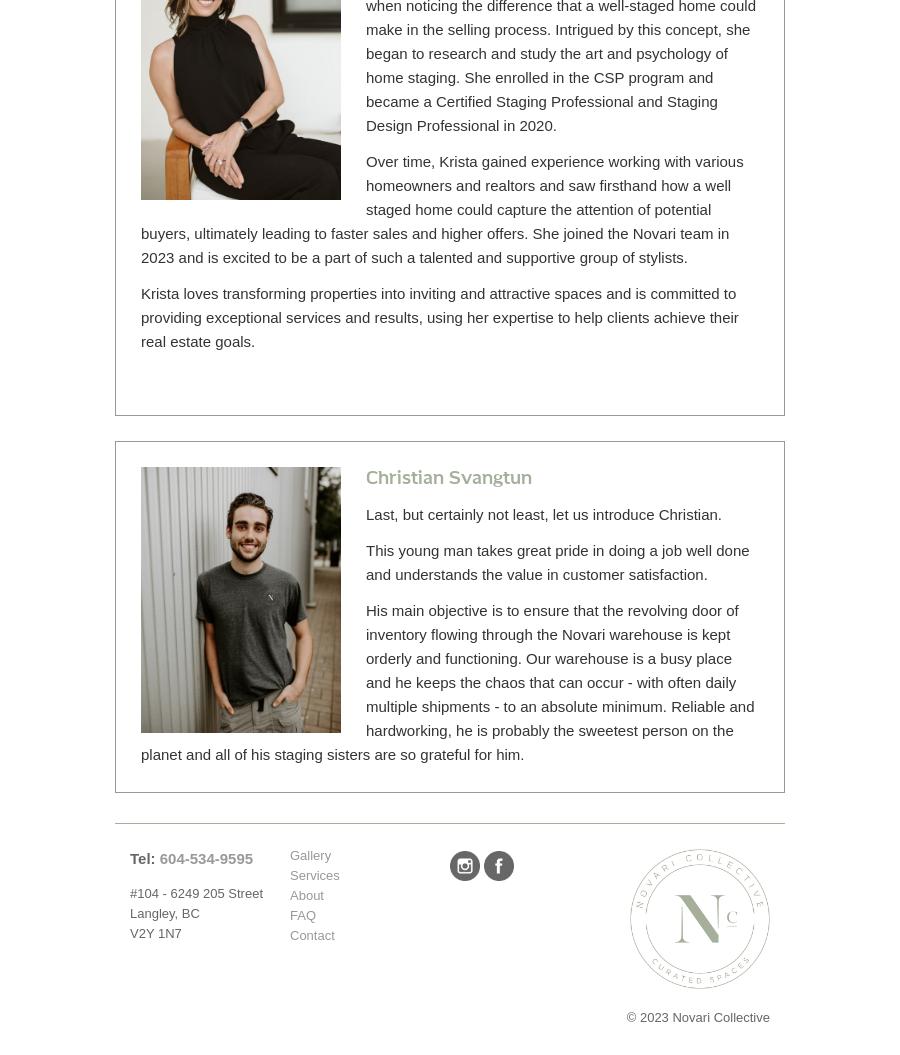  What do you see at coordinates (159, 858) in the screenshot?
I see `'604-534-9595'` at bounding box center [159, 858].